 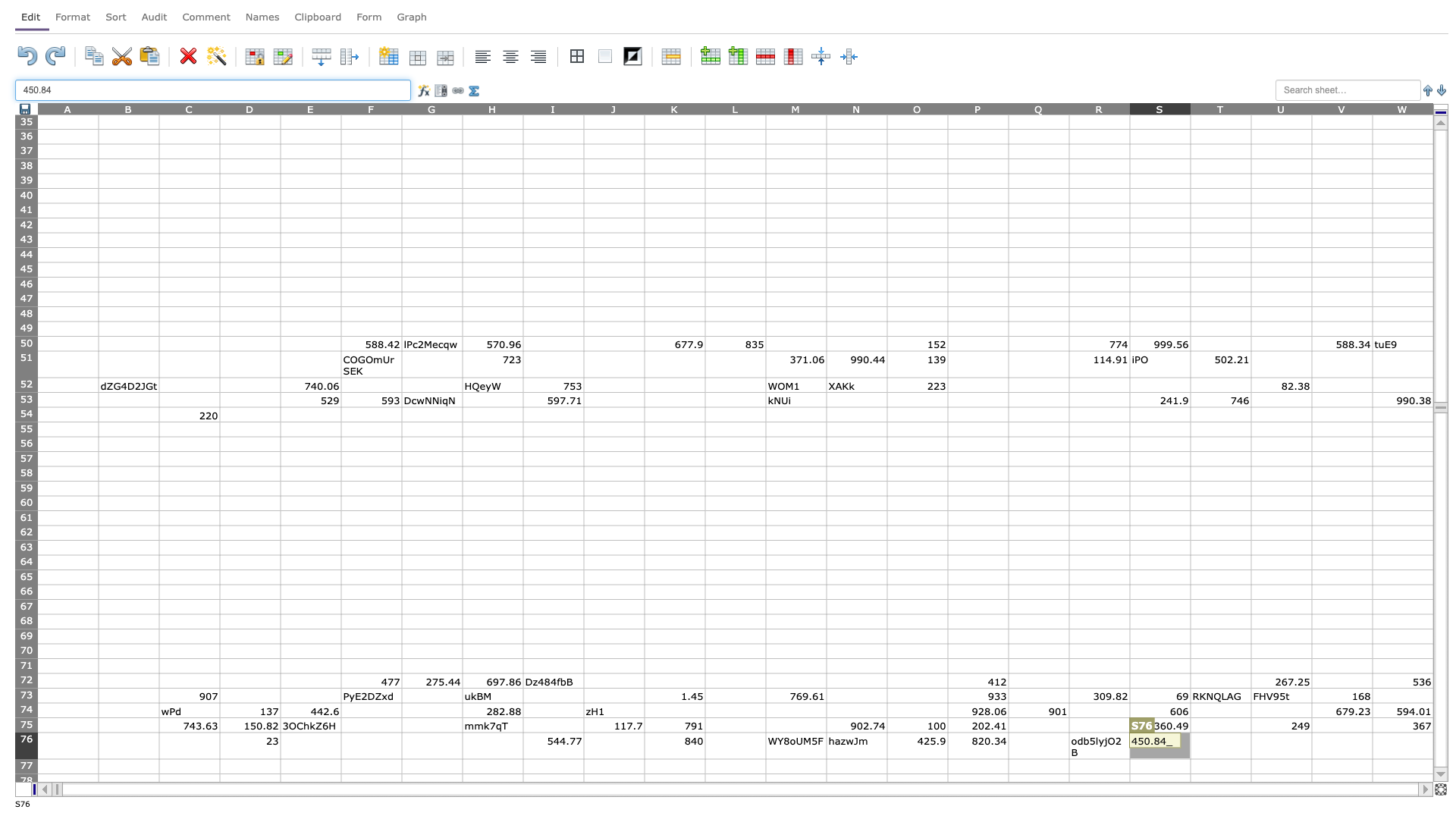 I want to click on top left corner of cell U76, so click(x=1251, y=731).